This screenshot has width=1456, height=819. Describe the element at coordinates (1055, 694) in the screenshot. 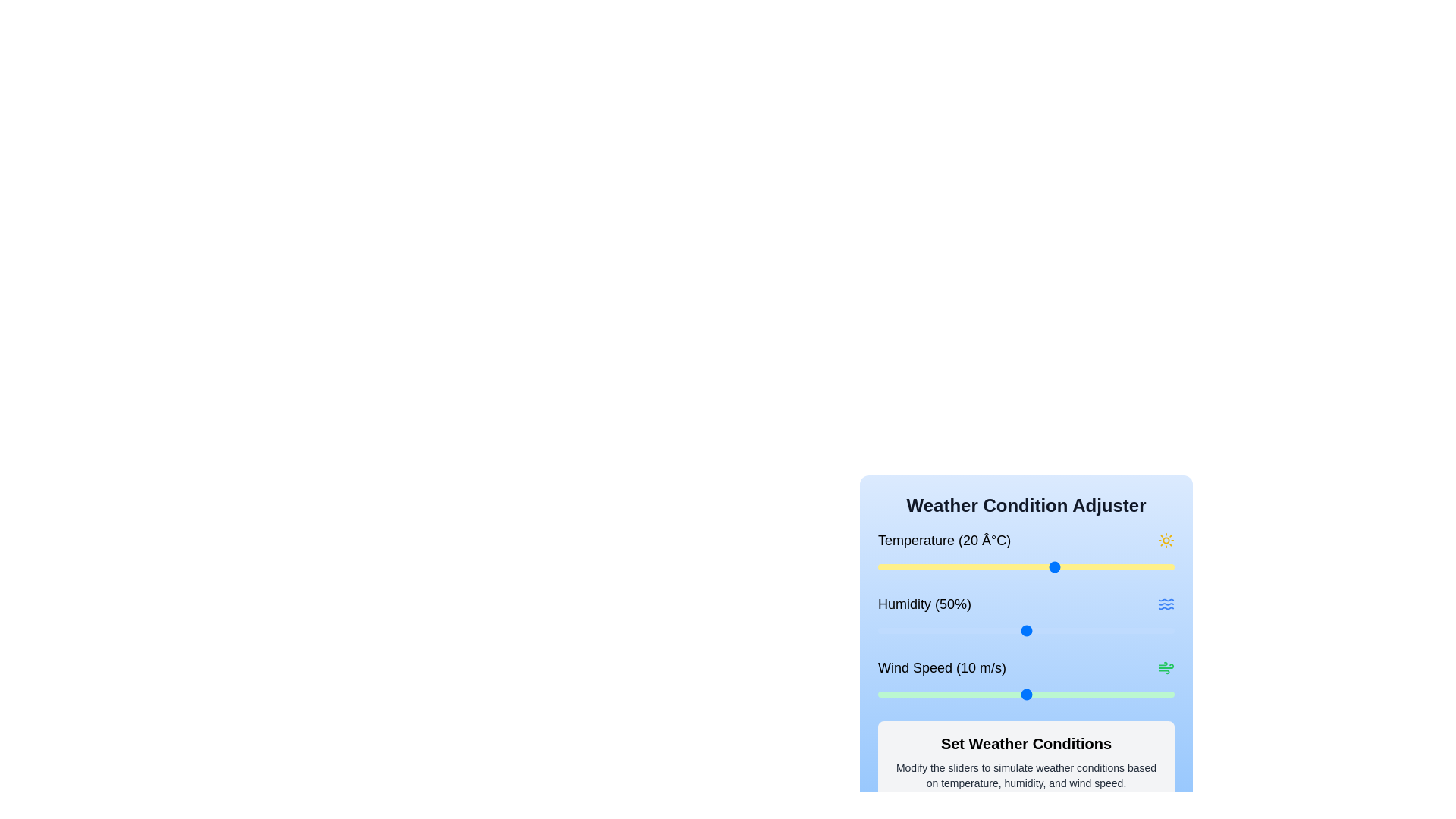

I see `the wind speed slider to set the wind speed to 12 m/s` at that location.